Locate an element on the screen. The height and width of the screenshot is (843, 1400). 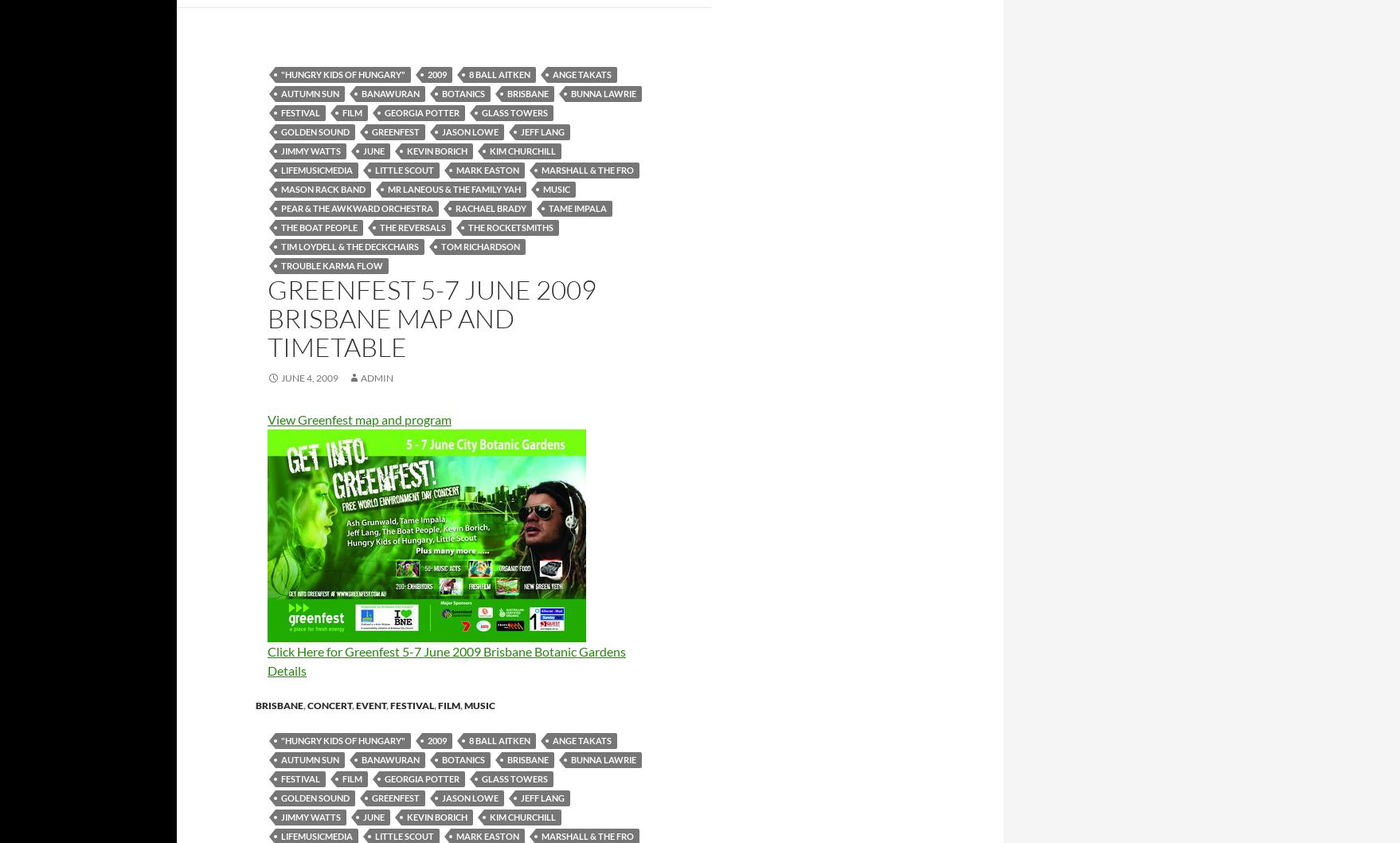
'Tom Richardson' is located at coordinates (480, 245).